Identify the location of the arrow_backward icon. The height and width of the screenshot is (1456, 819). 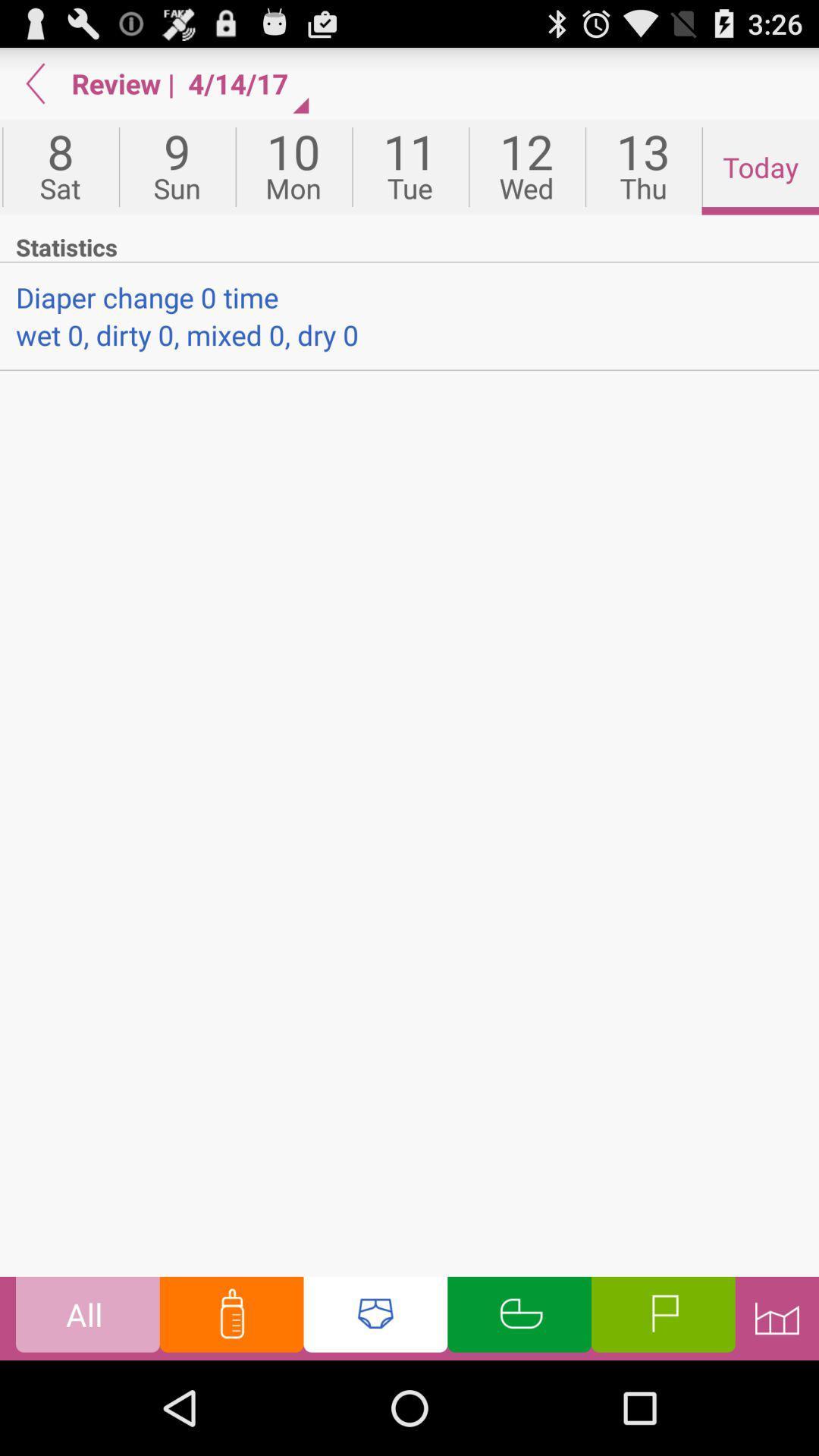
(35, 89).